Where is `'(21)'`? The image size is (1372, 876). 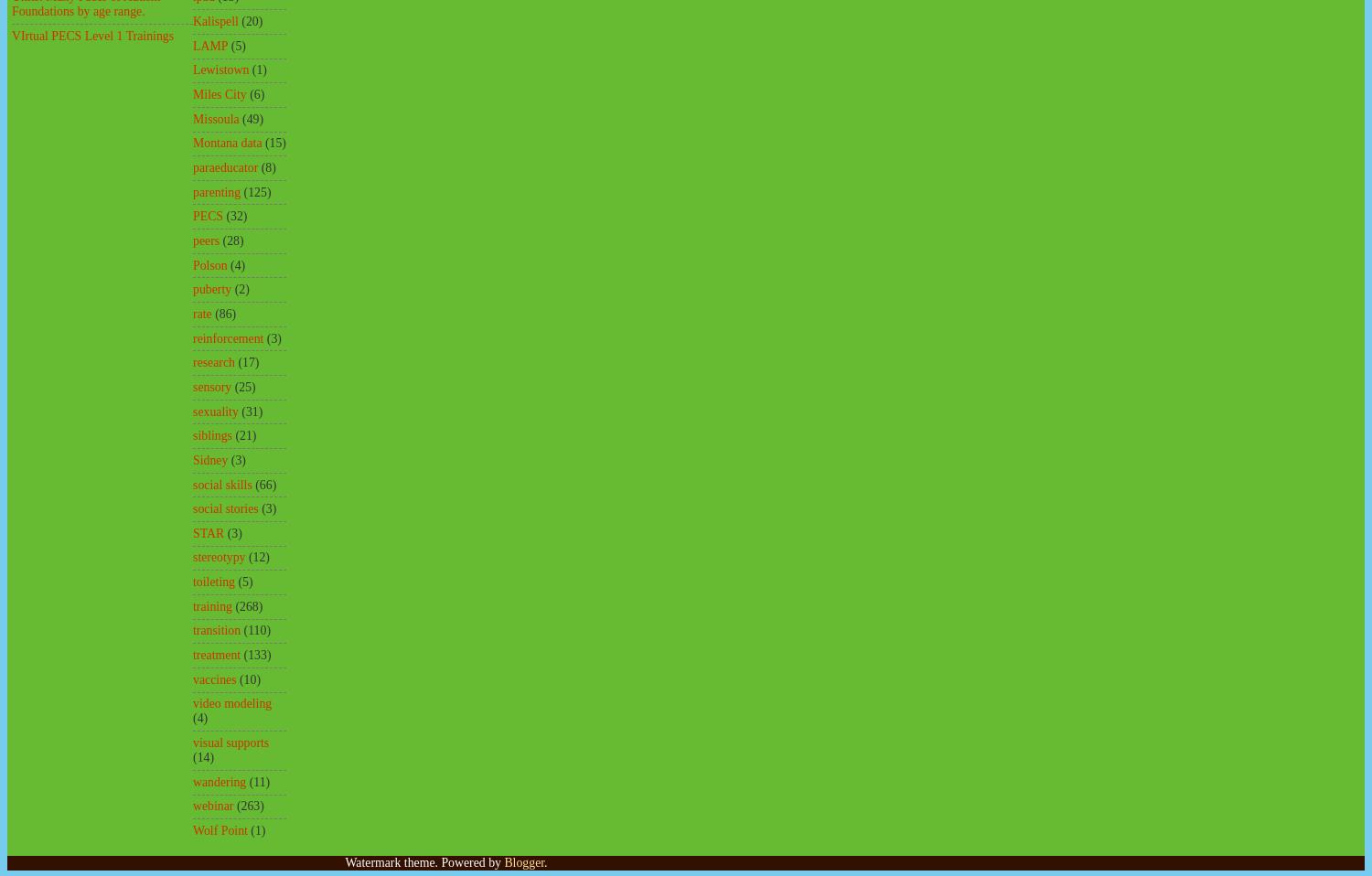 '(21)' is located at coordinates (245, 435).